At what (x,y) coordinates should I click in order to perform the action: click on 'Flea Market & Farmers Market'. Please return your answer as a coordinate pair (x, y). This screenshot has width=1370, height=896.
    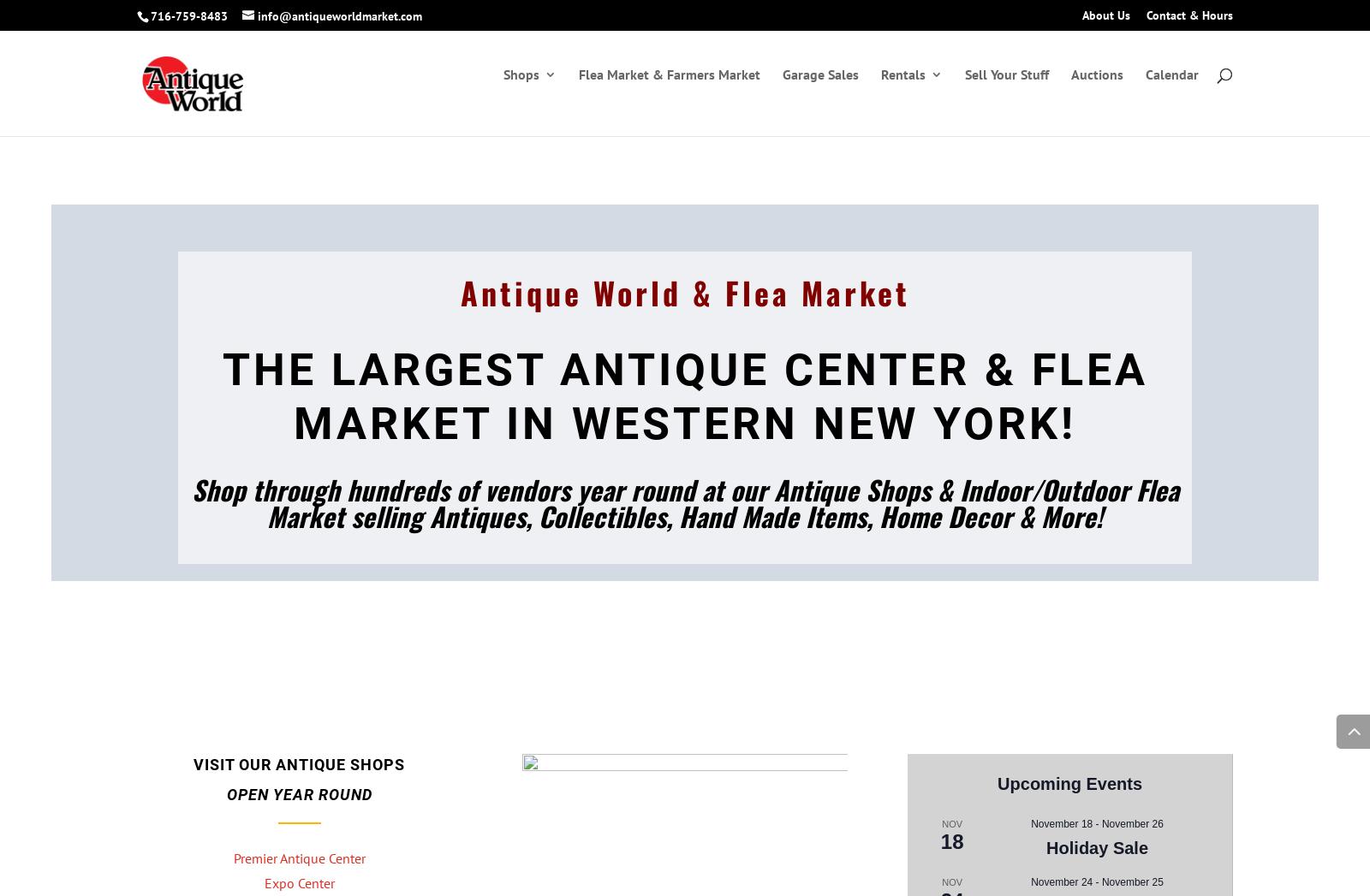
    Looking at the image, I should click on (670, 92).